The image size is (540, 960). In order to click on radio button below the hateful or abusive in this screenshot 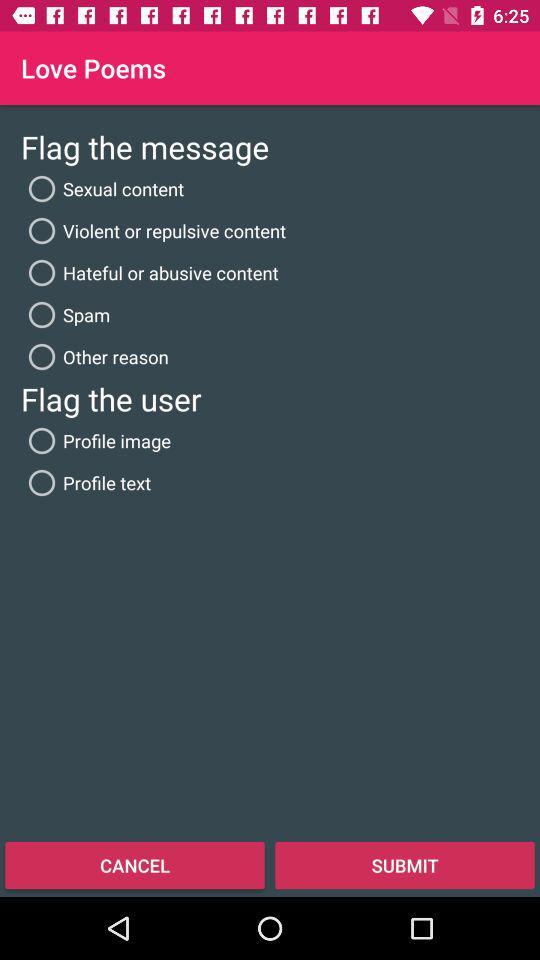, I will do `click(65, 314)`.